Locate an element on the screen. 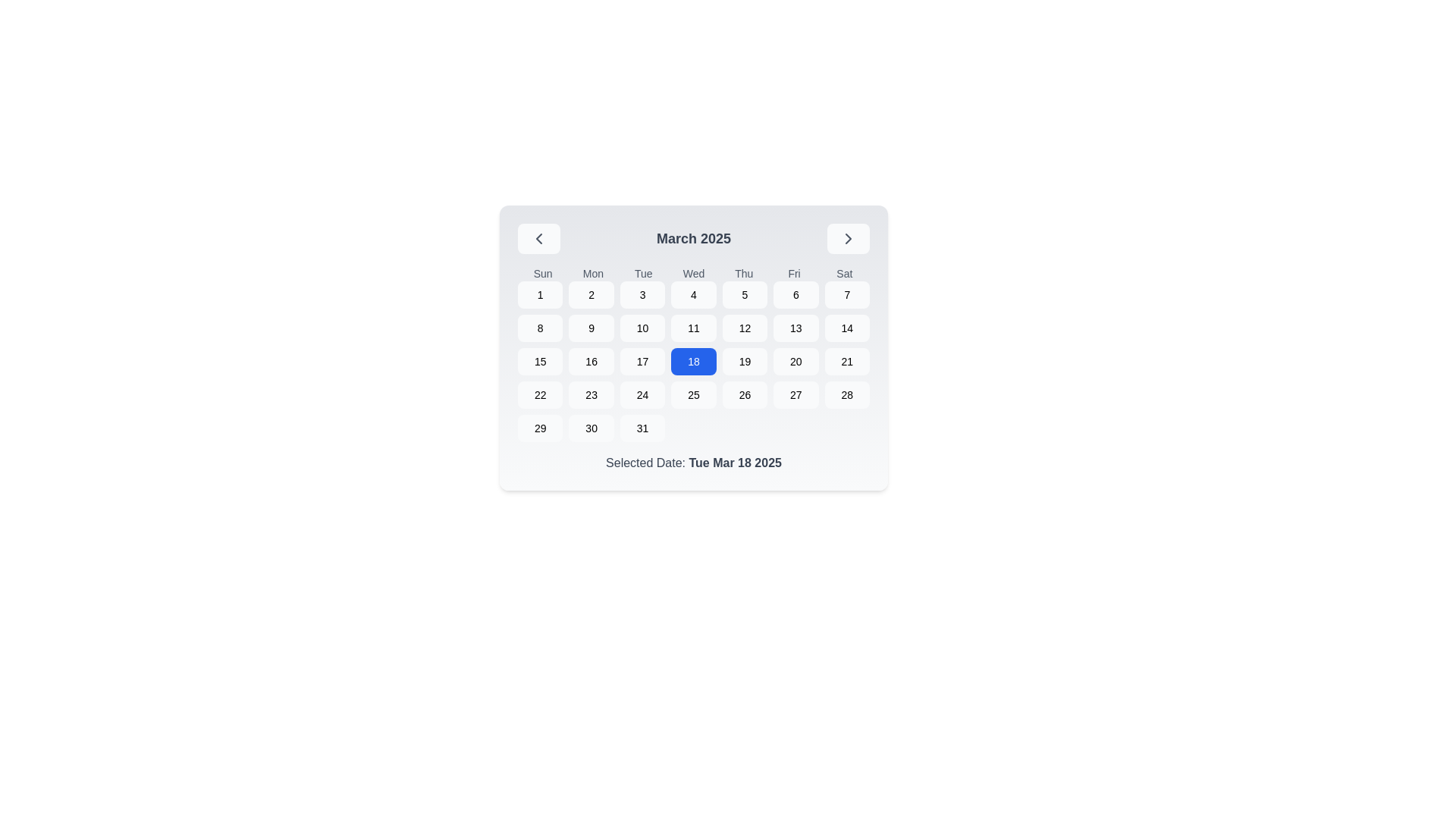 The width and height of the screenshot is (1456, 819). the calendar date button representing the day '8' located under the 'Sun' column in the second row is located at coordinates (540, 327).